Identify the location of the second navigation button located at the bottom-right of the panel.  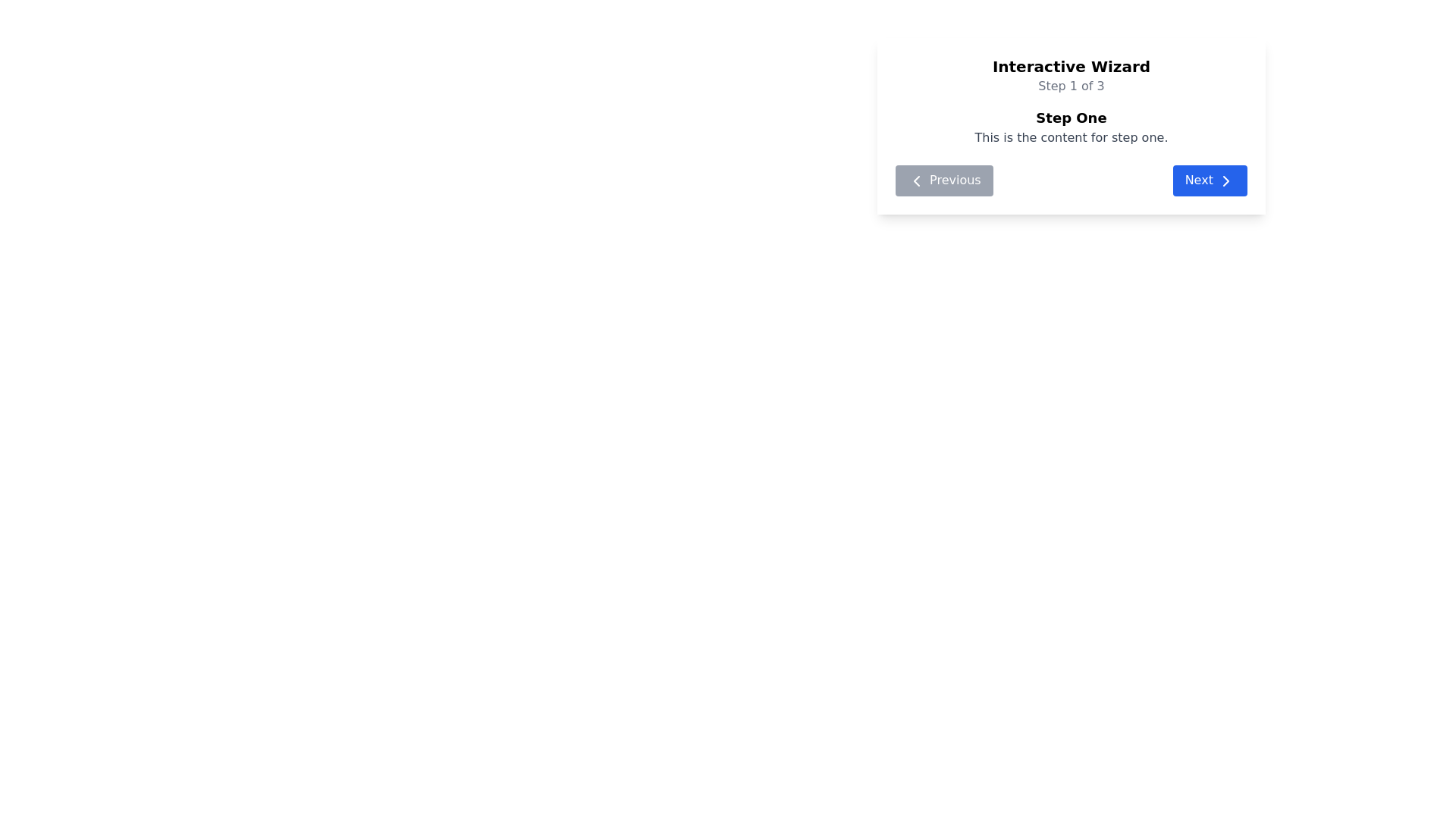
(1209, 180).